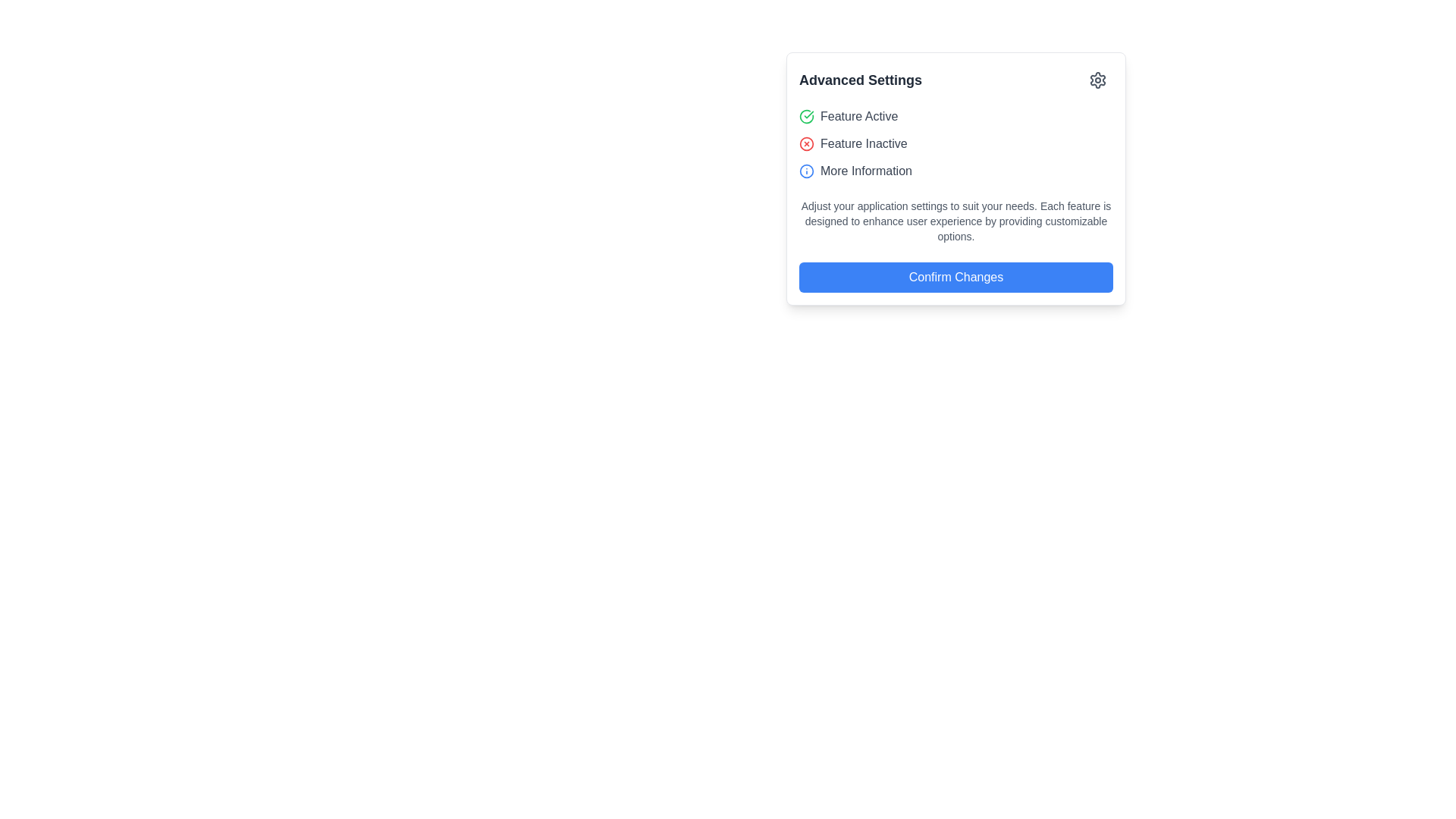 The height and width of the screenshot is (819, 1456). Describe the element at coordinates (806, 171) in the screenshot. I see `central circular SVG Circle element located within the 'More Information' icon, which is positioned immediately to the left of the text 'More Information'` at that location.